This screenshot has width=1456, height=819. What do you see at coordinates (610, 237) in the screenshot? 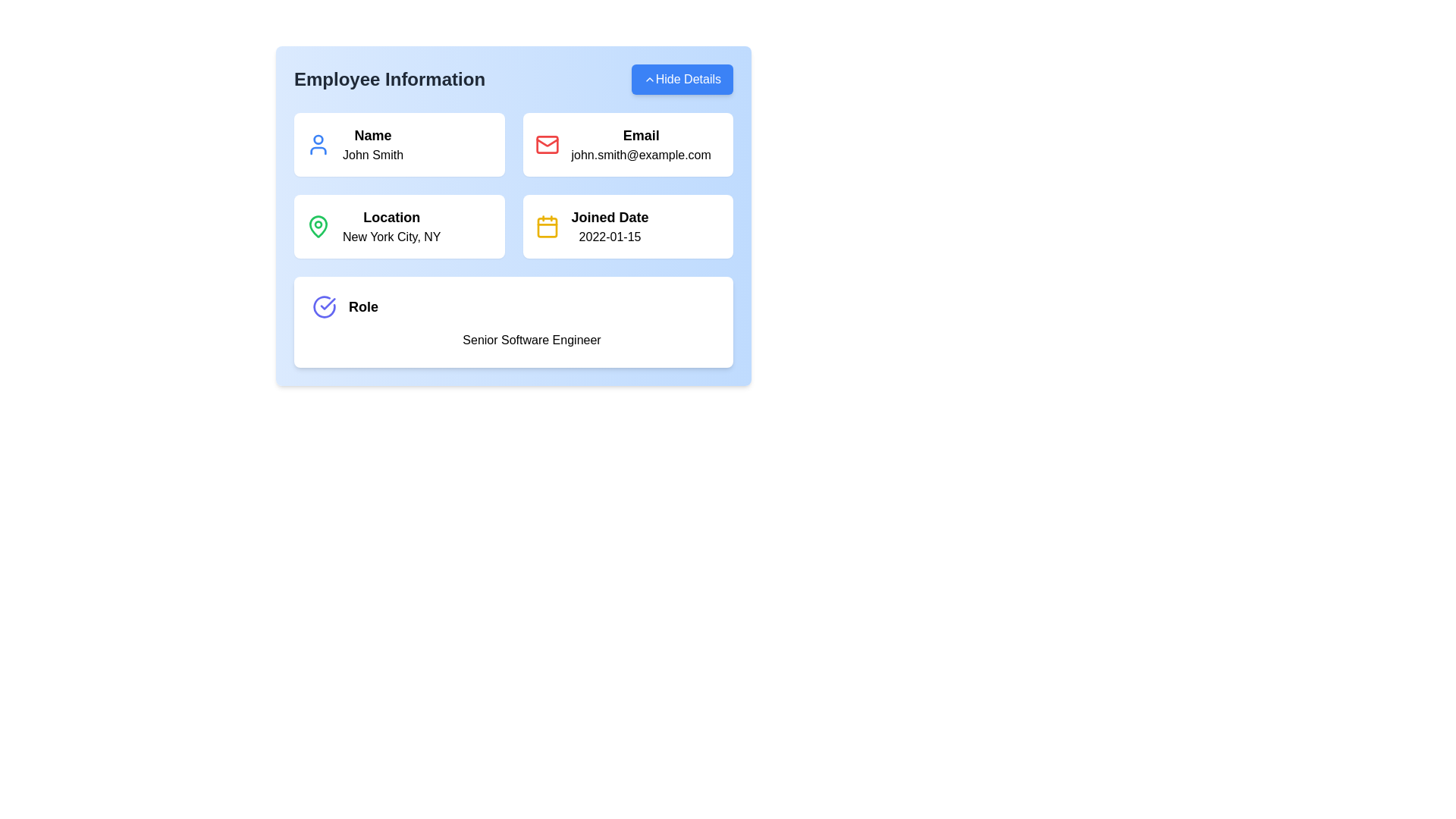
I see `the text label displaying '2022-01-15', which is styled in a bold black font and located beneath the 'Joined Date' caption inside the fourth card of the 'Employee Information' section` at bounding box center [610, 237].